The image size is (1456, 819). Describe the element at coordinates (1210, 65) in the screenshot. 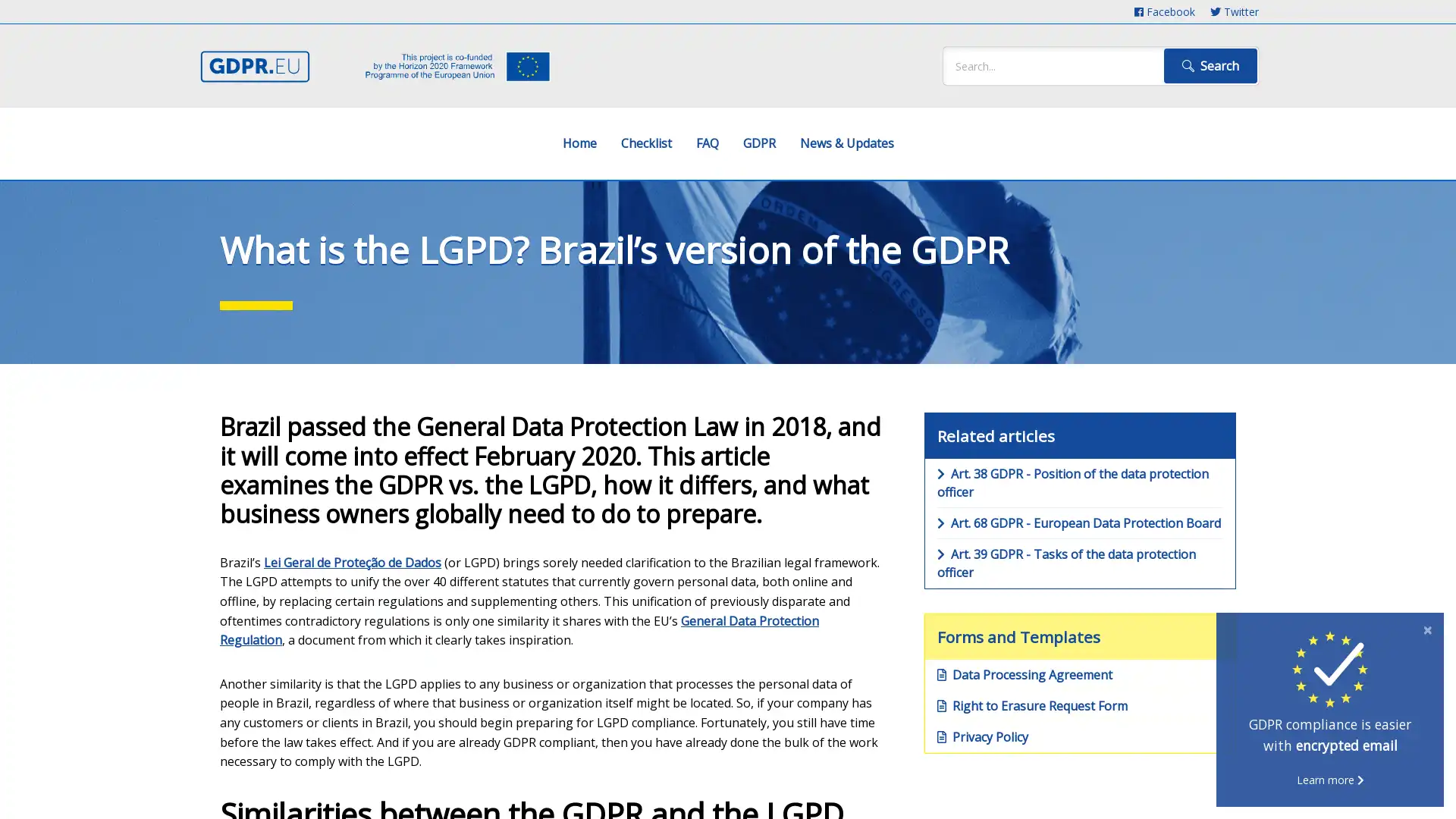

I see `Search` at that location.